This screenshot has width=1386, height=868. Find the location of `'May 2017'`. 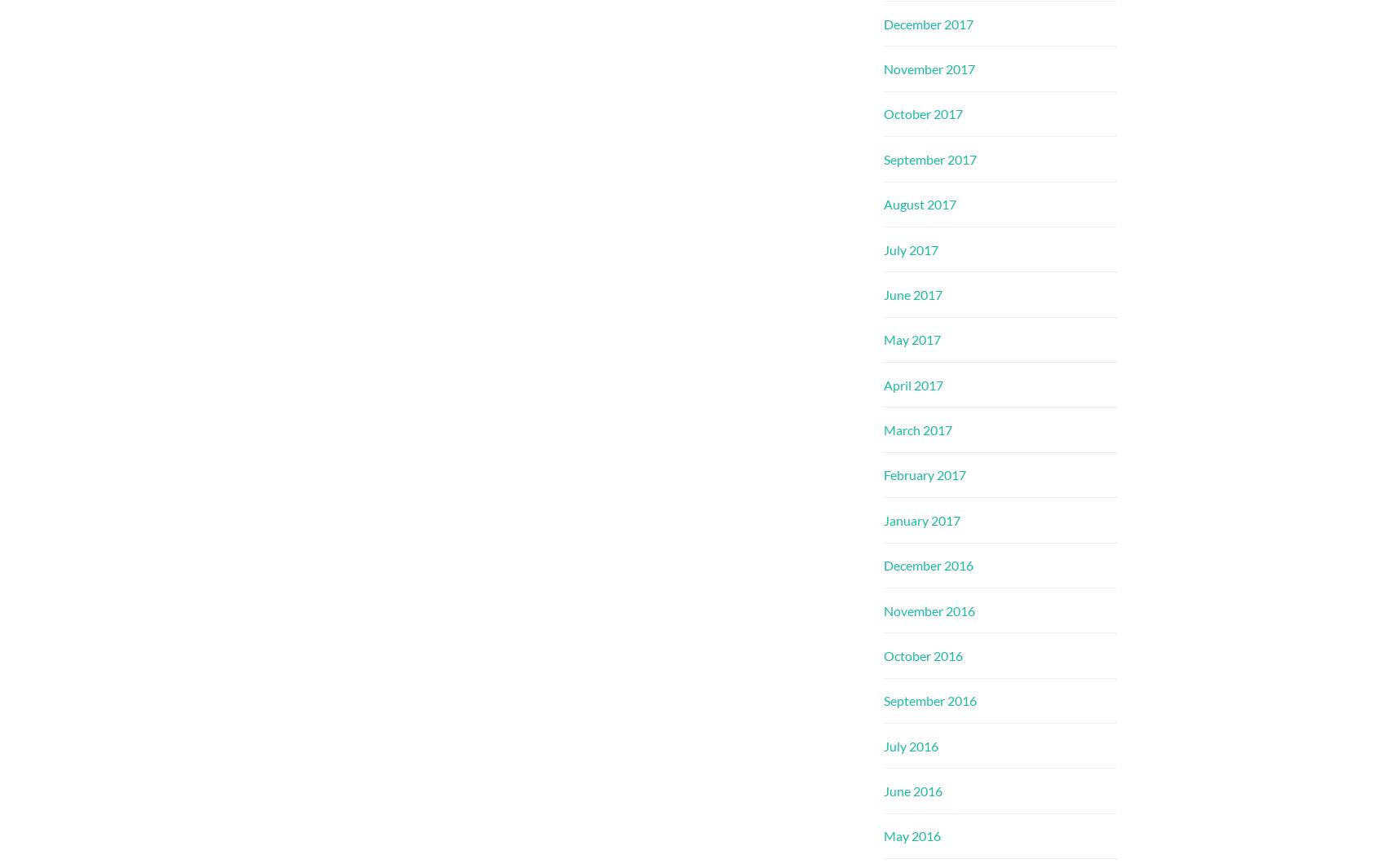

'May 2017' is located at coordinates (911, 338).